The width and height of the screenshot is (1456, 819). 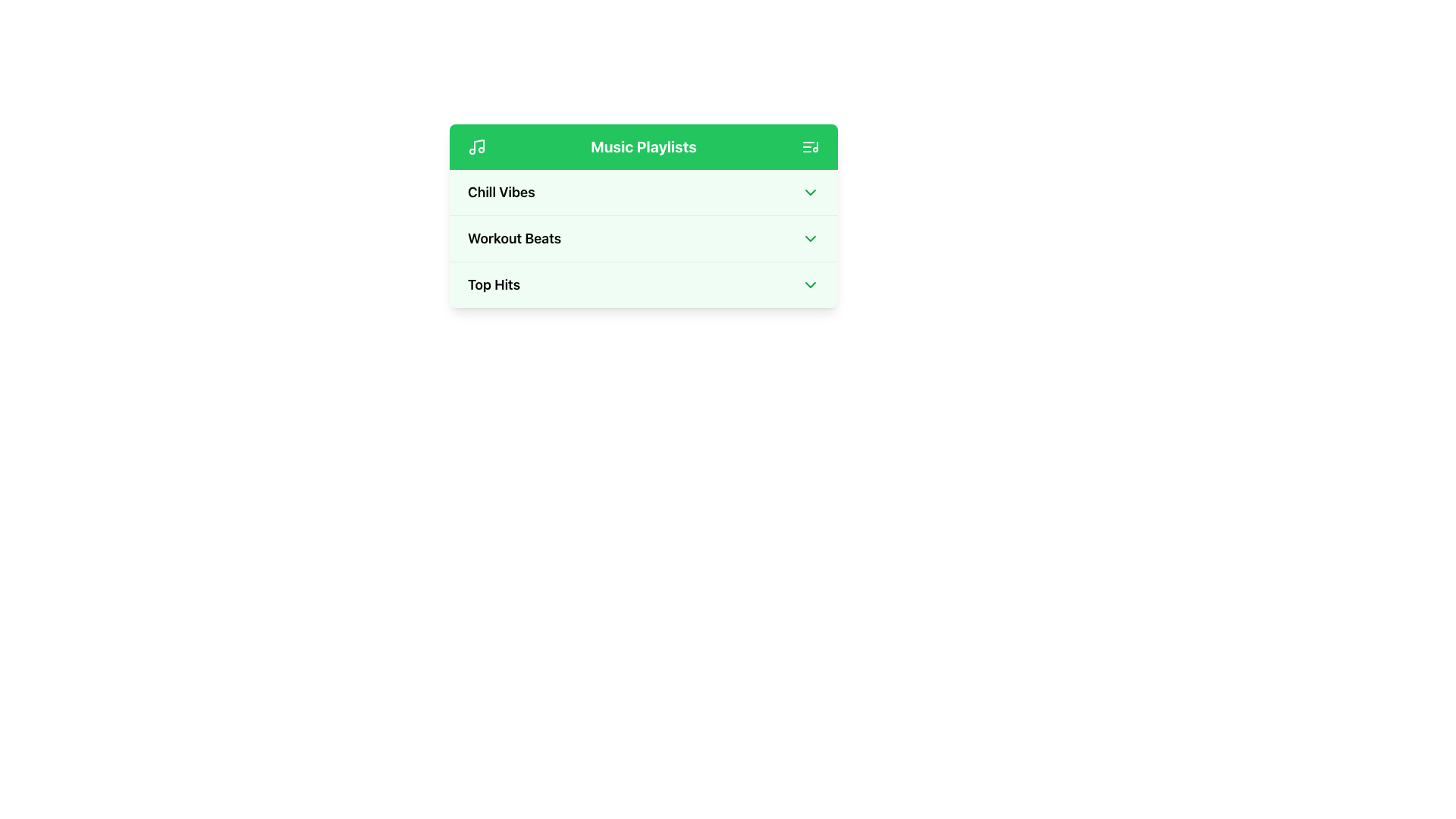 I want to click on text label displaying 'Top Hits', which is styled with a bold font and located in the bottom row of a playlist card, positioned left of a chevron icon, so click(x=494, y=284).